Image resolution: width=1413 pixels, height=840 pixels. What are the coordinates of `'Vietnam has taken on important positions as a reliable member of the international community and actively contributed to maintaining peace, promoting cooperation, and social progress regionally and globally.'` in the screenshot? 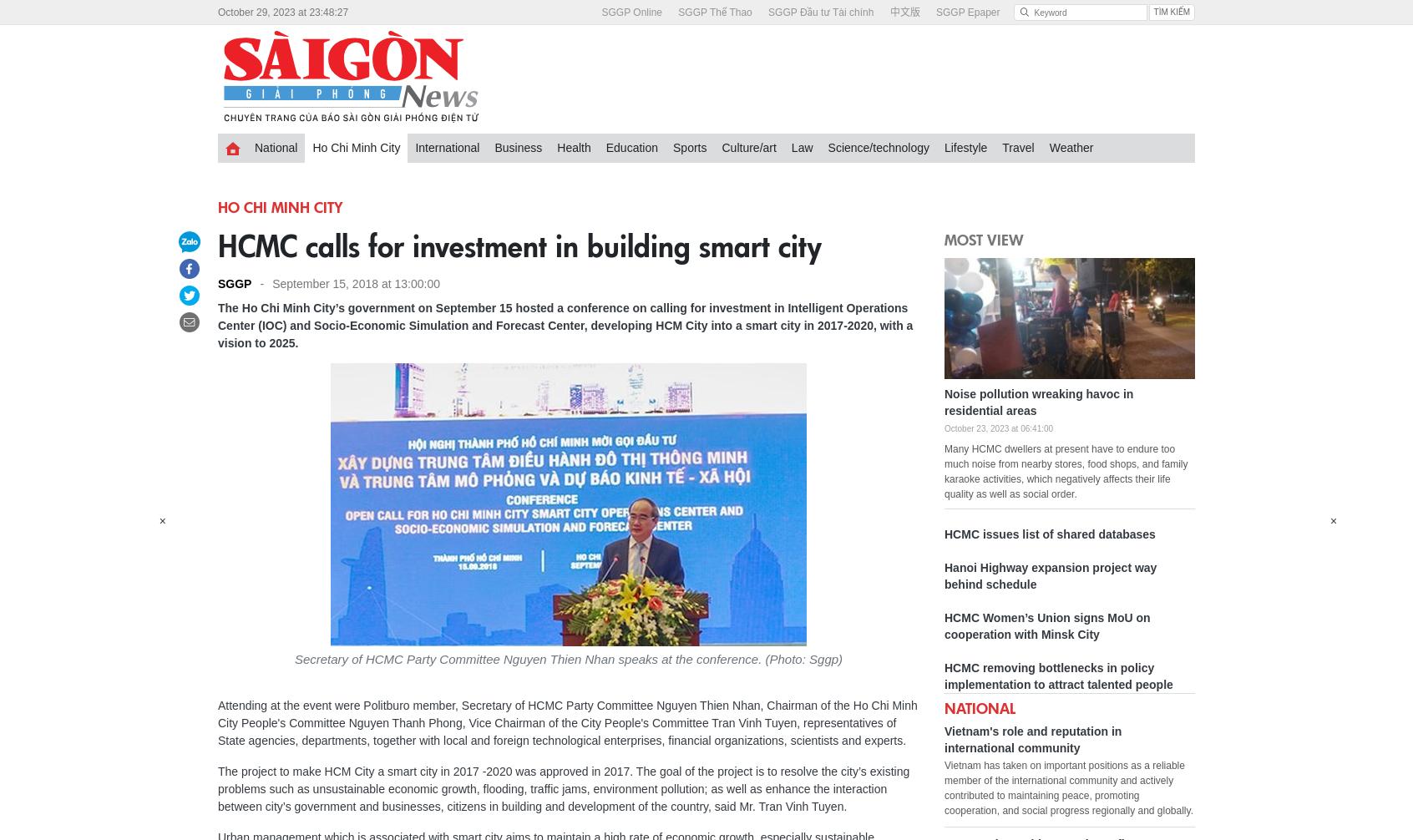 It's located at (943, 787).